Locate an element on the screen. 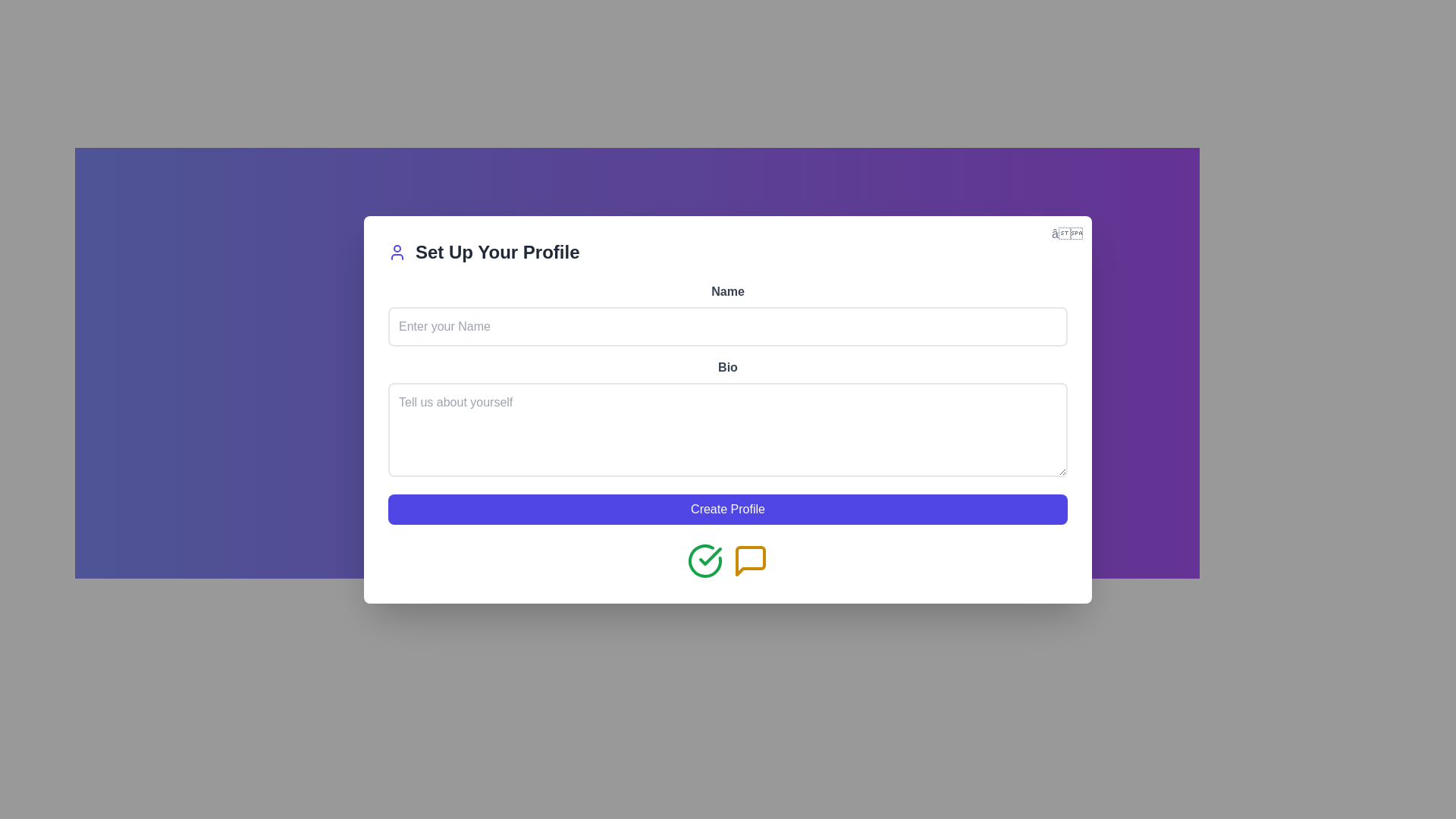  text from the text label displaying 'Set Up Your Profile' in large, bold font, located on a white card structure against a purple gradient background is located at coordinates (497, 251).